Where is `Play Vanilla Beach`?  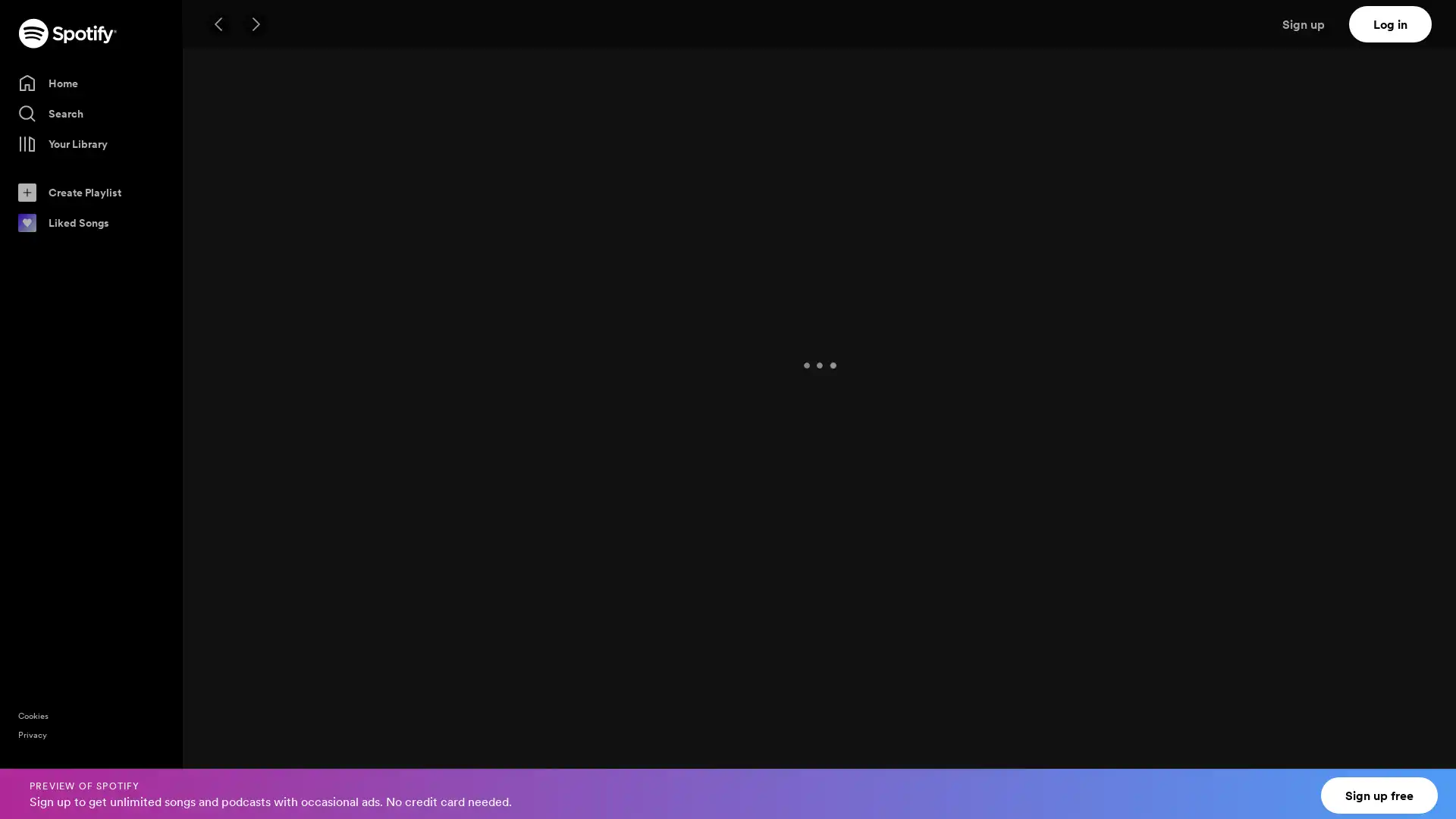 Play Vanilla Beach is located at coordinates (1240, 724).